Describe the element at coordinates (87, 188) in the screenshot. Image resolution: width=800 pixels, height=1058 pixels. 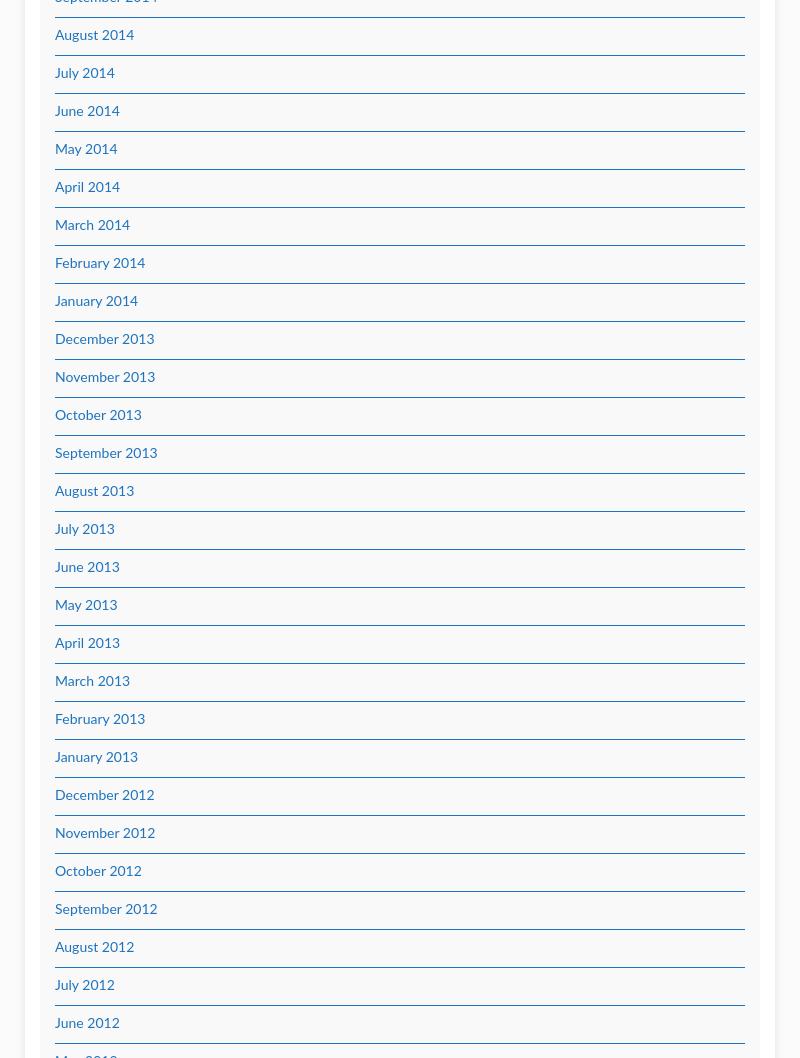
I see `'April 2014'` at that location.